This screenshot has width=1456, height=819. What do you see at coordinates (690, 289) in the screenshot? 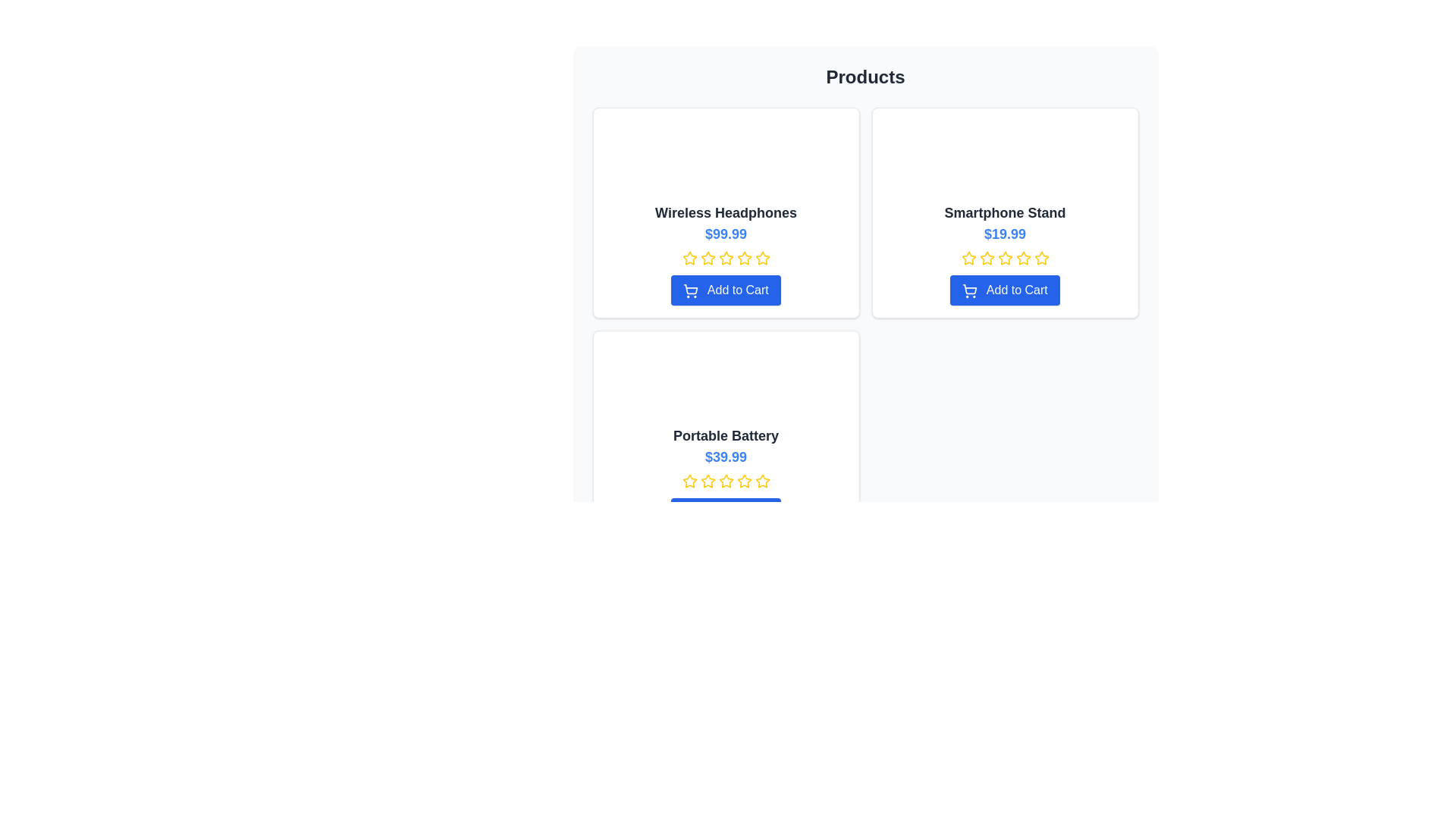
I see `the 'Add to Cart' button which features a shopping cart icon, indicating the action will add the product 'Wireless Headphones' to the shopping cart` at bounding box center [690, 289].